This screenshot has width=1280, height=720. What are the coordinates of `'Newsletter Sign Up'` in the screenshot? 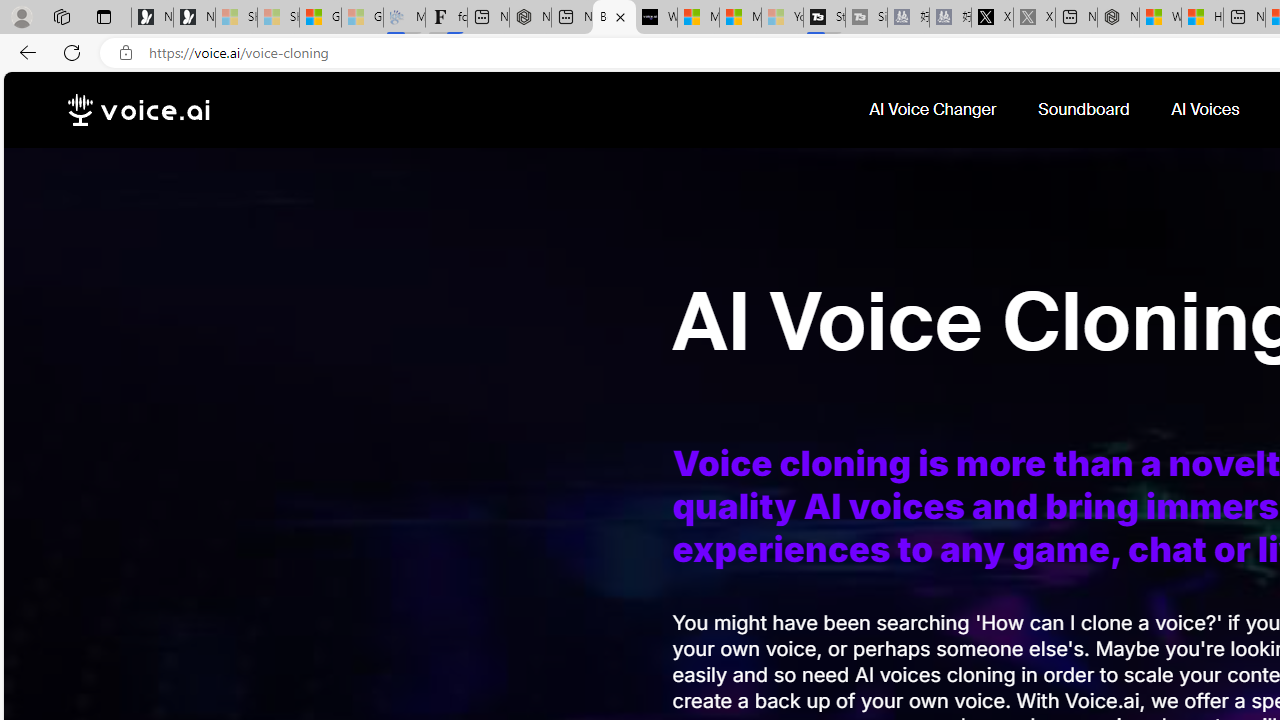 It's located at (194, 17).